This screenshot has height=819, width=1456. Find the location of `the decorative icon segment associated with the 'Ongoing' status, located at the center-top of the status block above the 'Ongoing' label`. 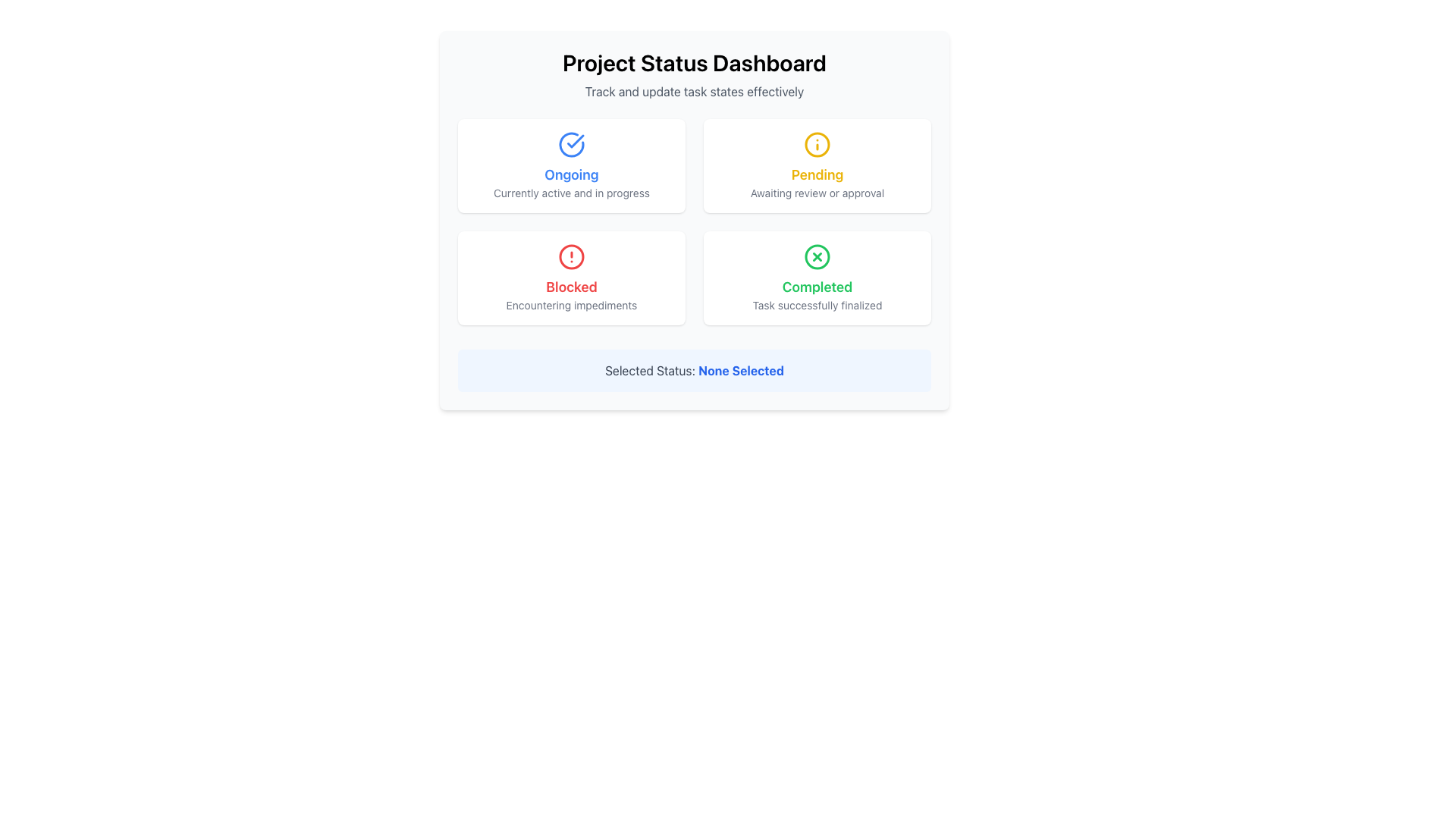

the decorative icon segment associated with the 'Ongoing' status, located at the center-top of the status block above the 'Ongoing' label is located at coordinates (570, 144).